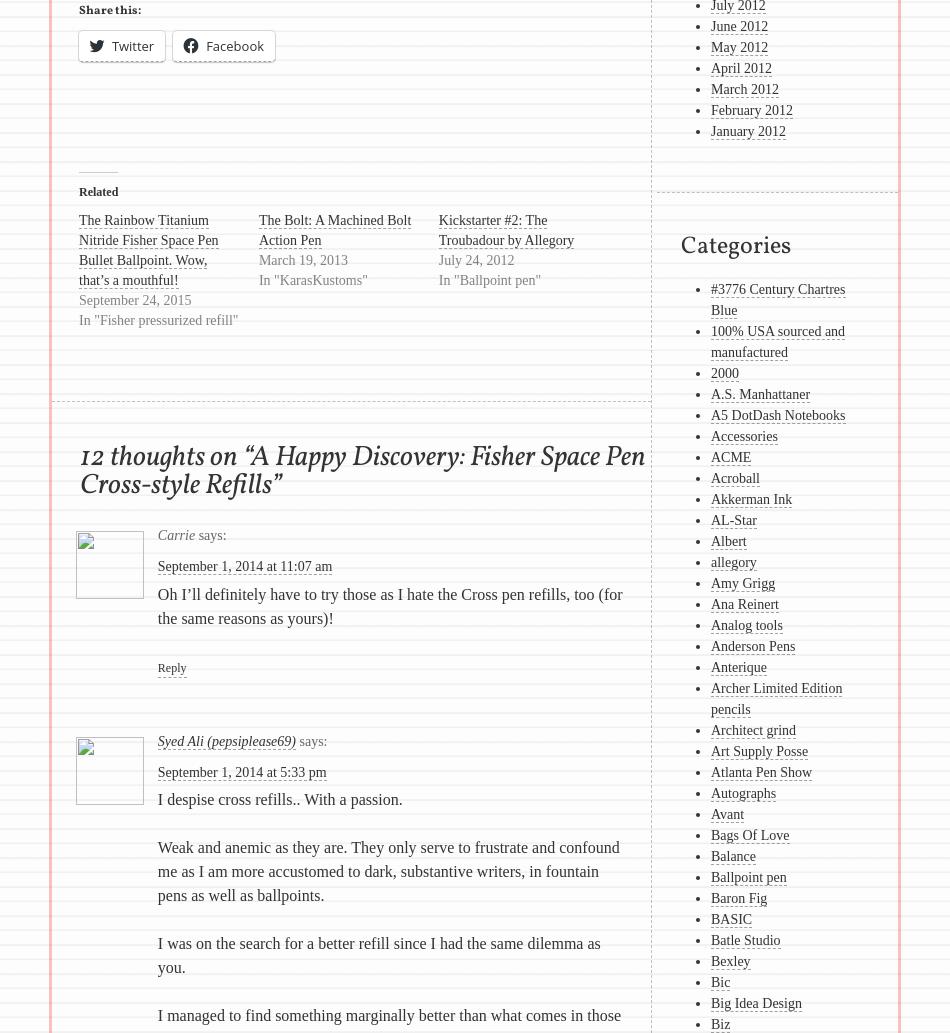 The height and width of the screenshot is (1033, 950). What do you see at coordinates (710, 939) in the screenshot?
I see `'Batle Studio'` at bounding box center [710, 939].